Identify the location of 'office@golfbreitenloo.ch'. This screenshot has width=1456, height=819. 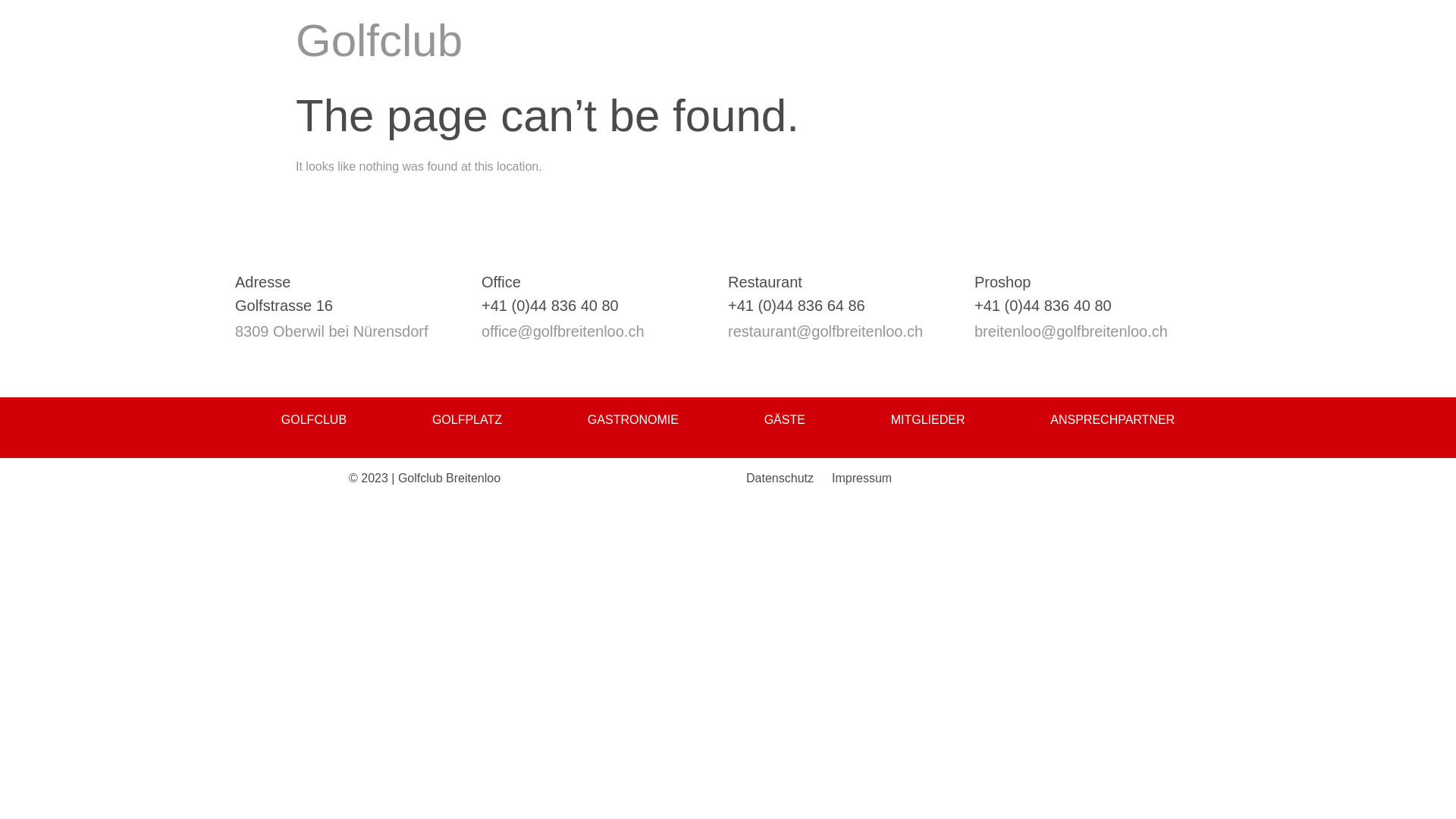
(480, 330).